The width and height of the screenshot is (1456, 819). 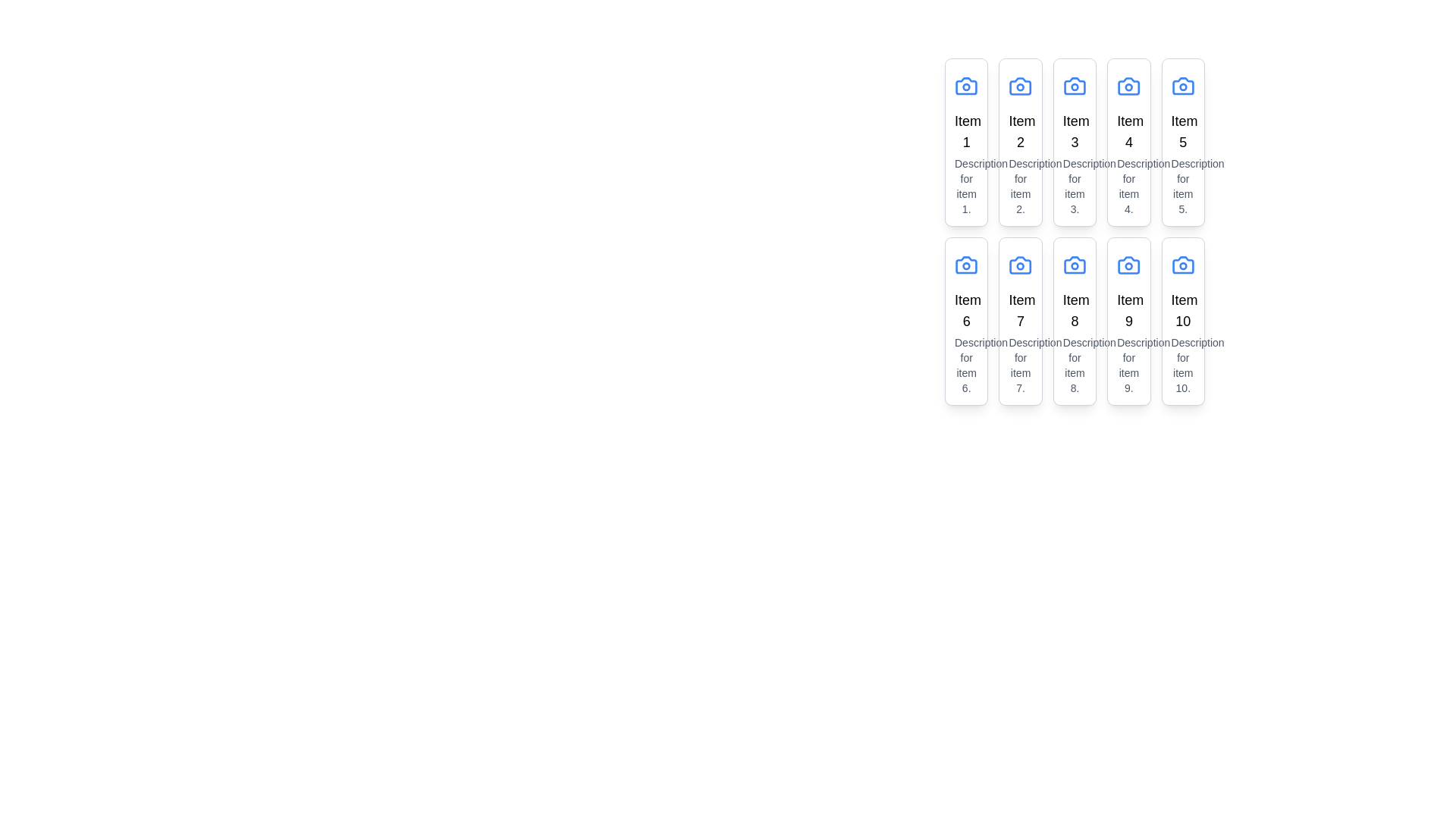 I want to click on the text block that displays 'Description for item 9.' which is styled in a smaller gray font and positioned beneath the 'Item 9' label, so click(x=1128, y=366).